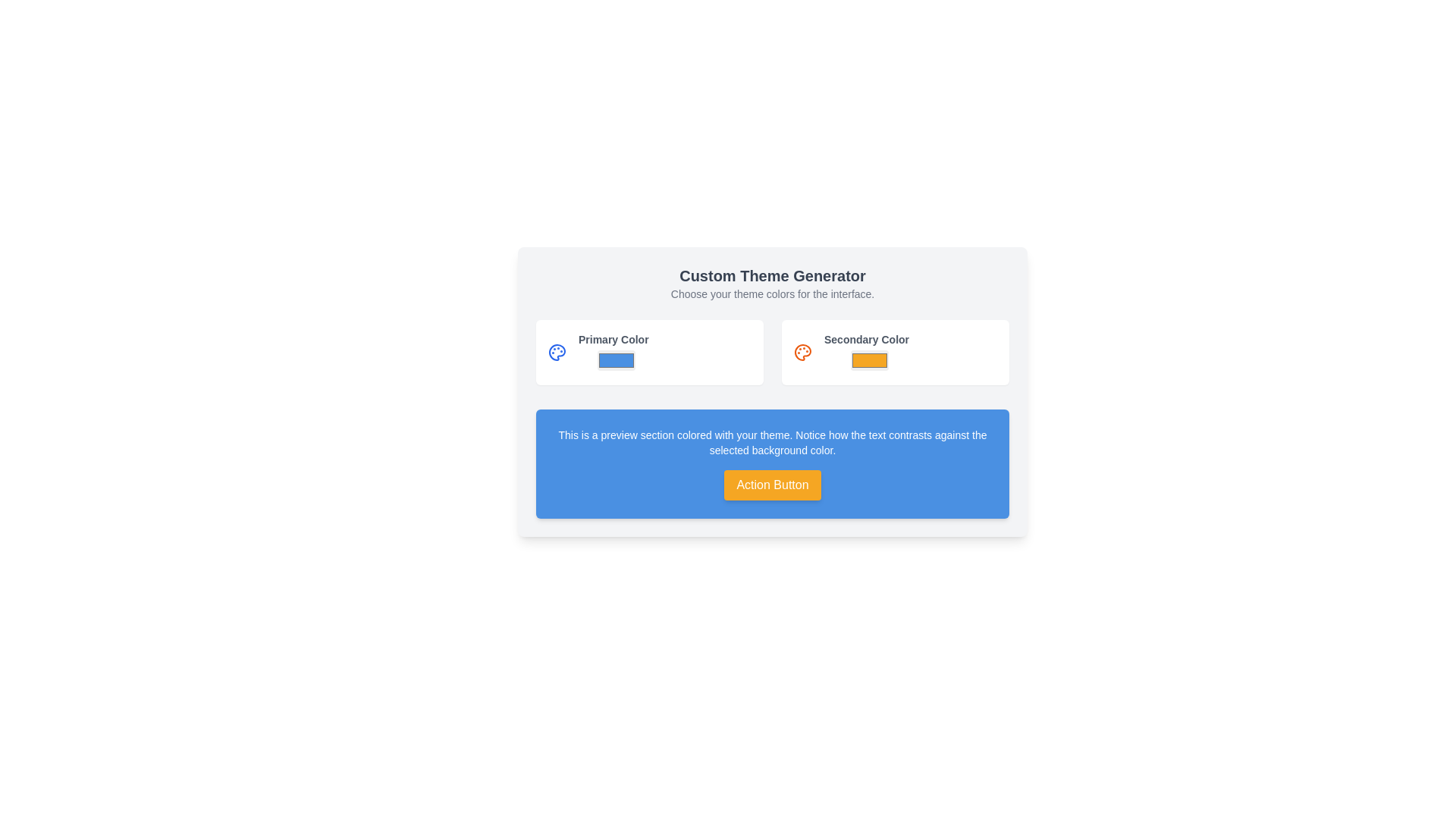 The image size is (1456, 819). I want to click on the color picker labeled 'Primary Color', so click(613, 353).